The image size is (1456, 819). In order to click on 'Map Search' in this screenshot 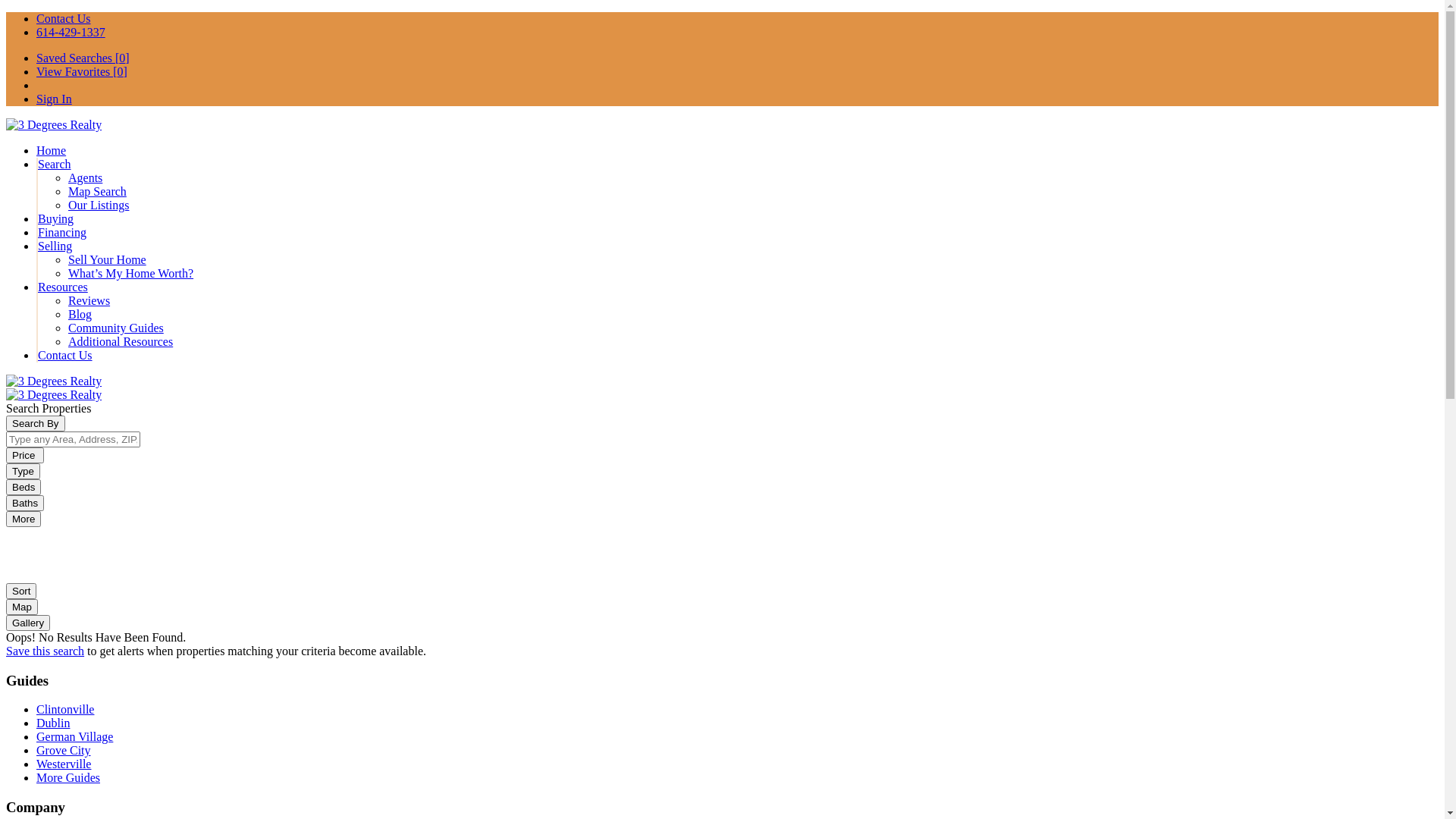, I will do `click(96, 190)`.